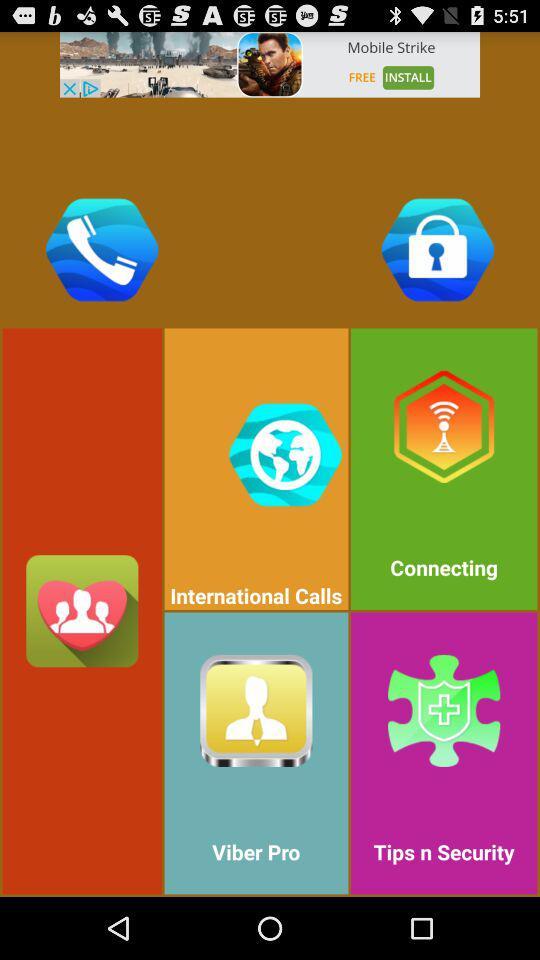 The width and height of the screenshot is (540, 960). Describe the element at coordinates (436, 248) in the screenshot. I see `the lock icon` at that location.